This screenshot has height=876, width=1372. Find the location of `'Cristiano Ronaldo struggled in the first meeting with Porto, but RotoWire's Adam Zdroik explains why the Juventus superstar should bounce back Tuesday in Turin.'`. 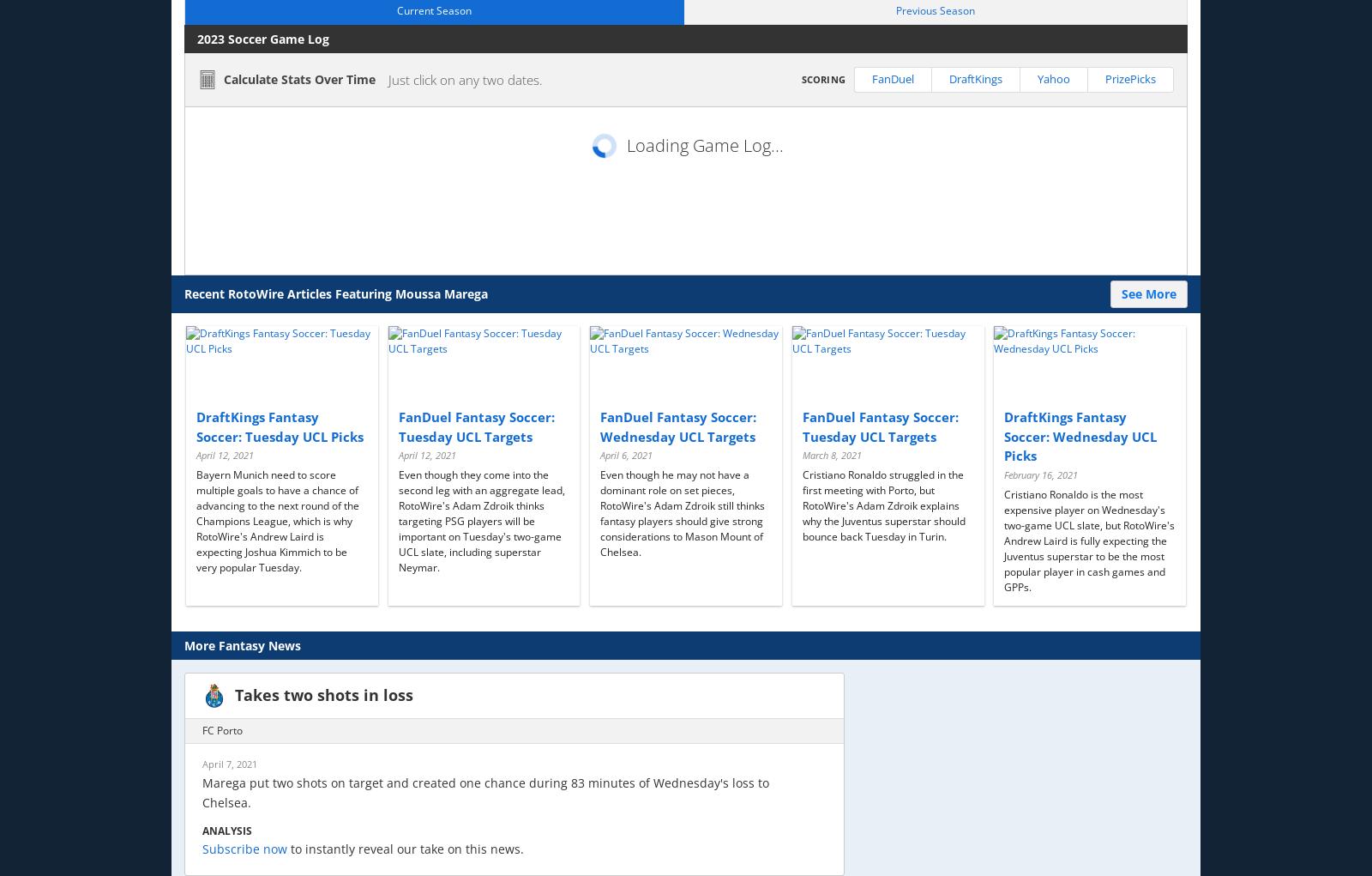

'Cristiano Ronaldo struggled in the first meeting with Porto, but RotoWire's Adam Zdroik explains why the Juventus superstar should bounce back Tuesday in Turin.' is located at coordinates (883, 504).